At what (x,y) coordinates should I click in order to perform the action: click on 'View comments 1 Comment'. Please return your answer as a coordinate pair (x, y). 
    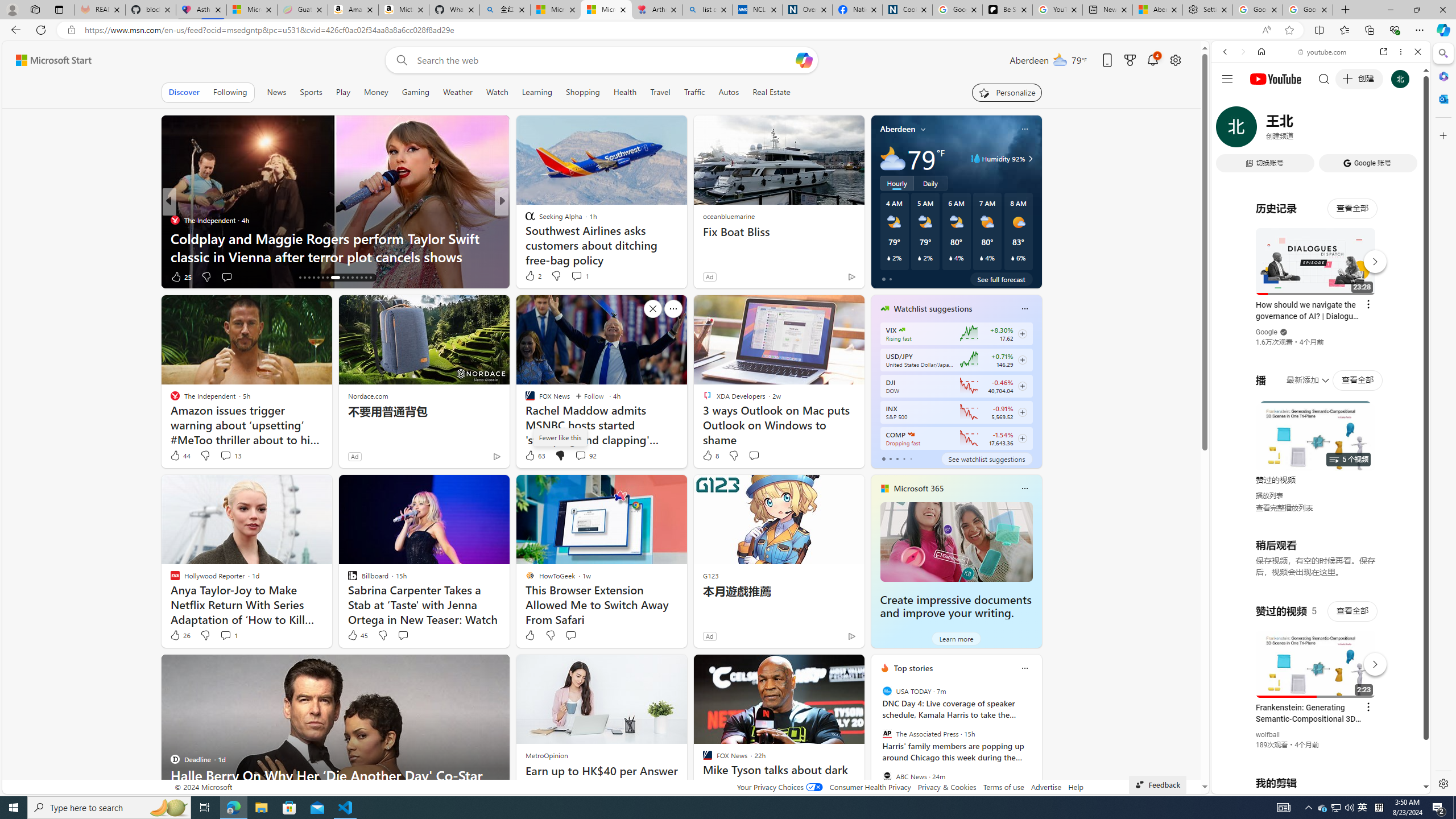
    Looking at the image, I should click on (227, 634).